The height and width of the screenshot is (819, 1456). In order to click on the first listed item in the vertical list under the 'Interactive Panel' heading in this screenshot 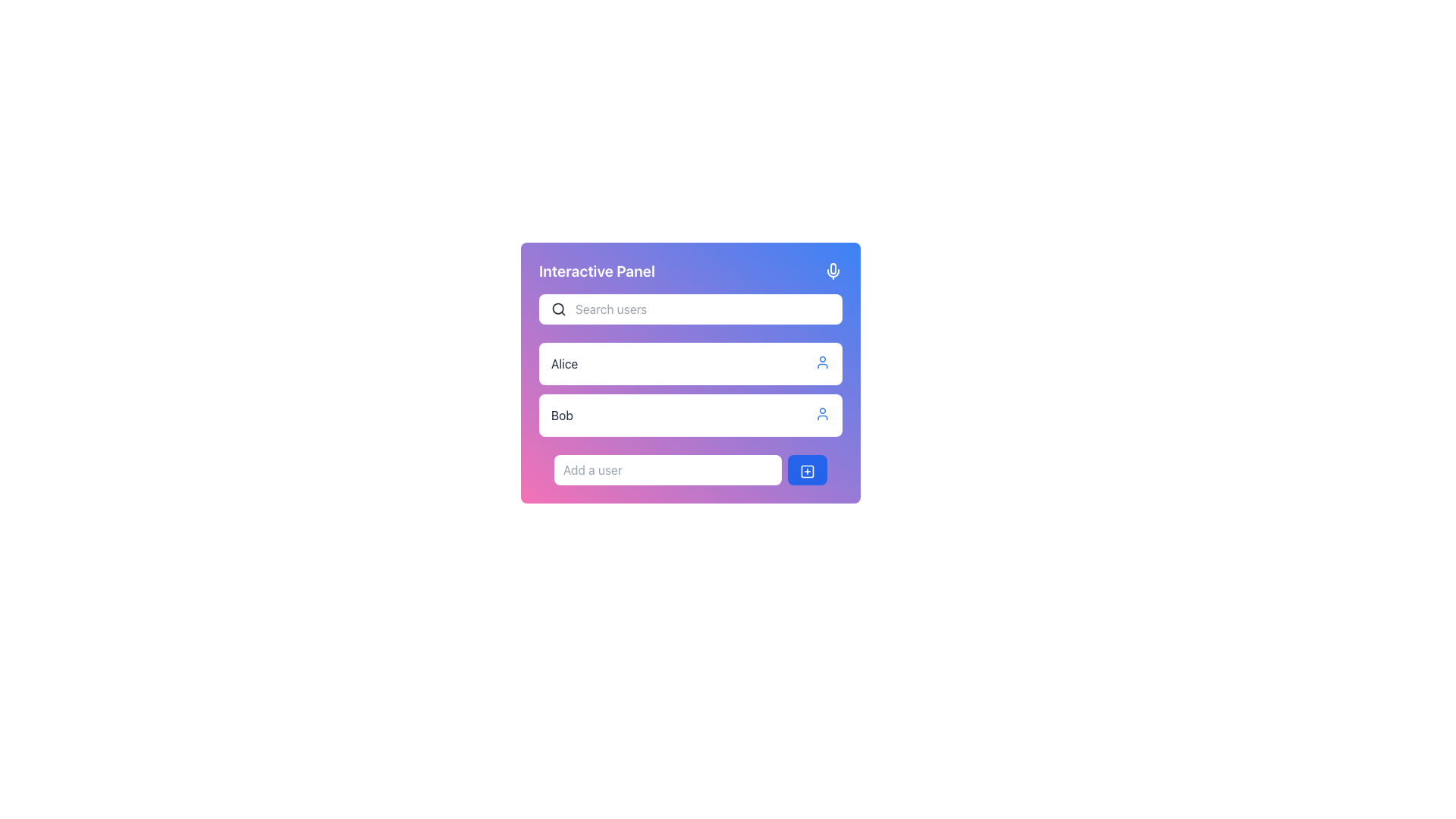, I will do `click(690, 363)`.